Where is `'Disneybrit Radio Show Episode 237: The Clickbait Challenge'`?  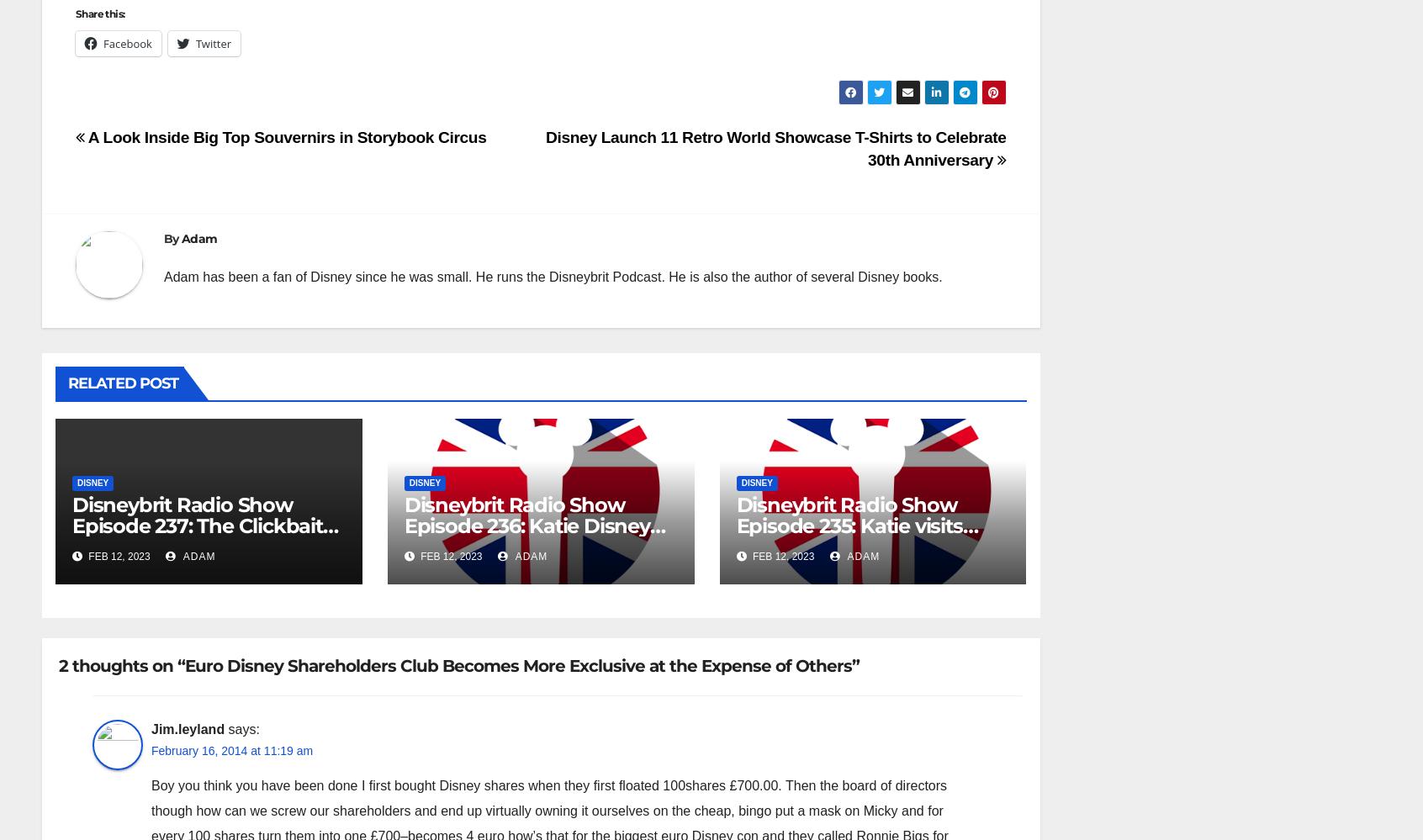
'Disneybrit Radio Show Episode 237: The Clickbait Challenge' is located at coordinates (197, 524).